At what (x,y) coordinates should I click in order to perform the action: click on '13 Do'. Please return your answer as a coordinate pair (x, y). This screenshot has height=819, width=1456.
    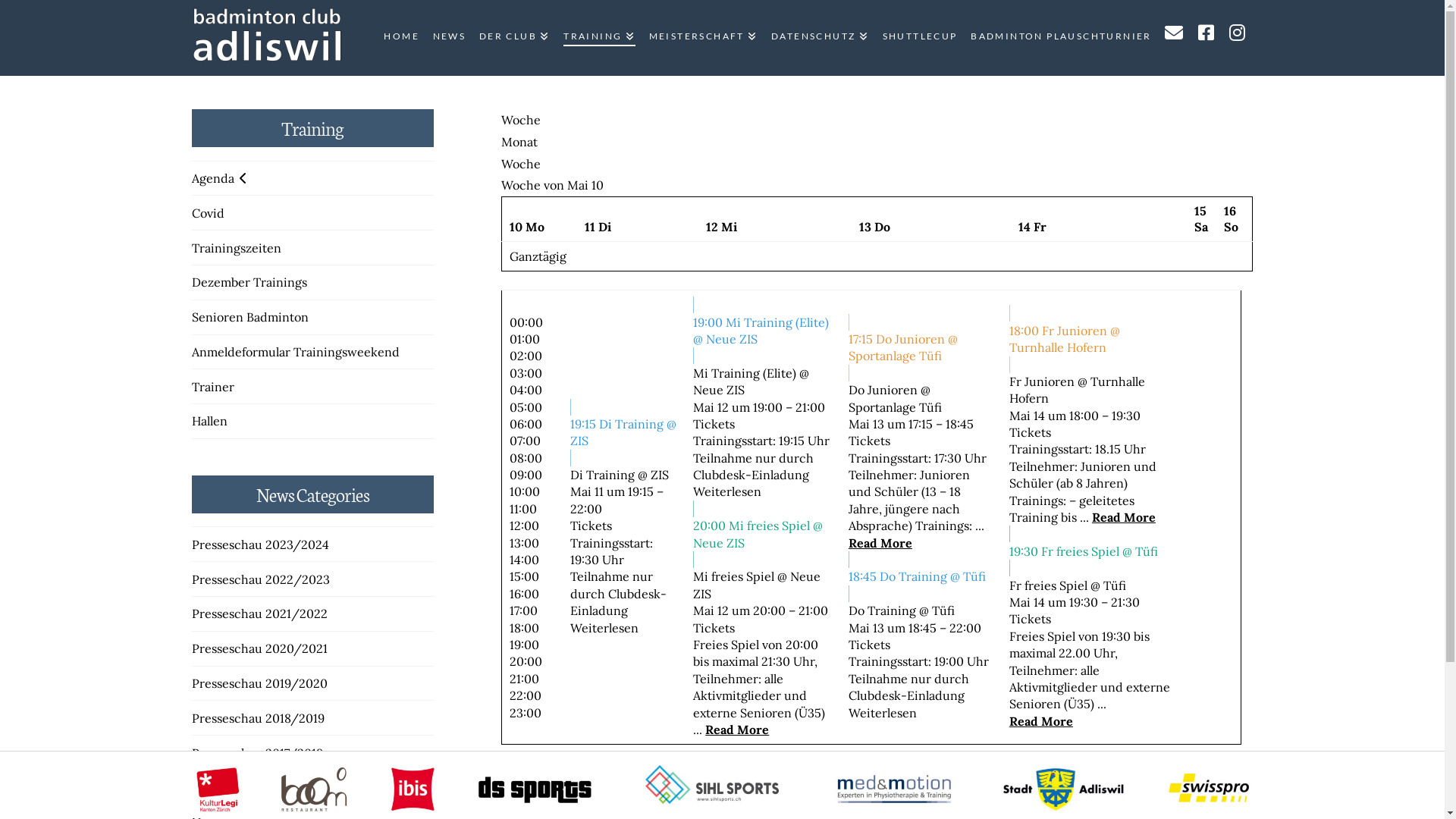
    Looking at the image, I should click on (874, 227).